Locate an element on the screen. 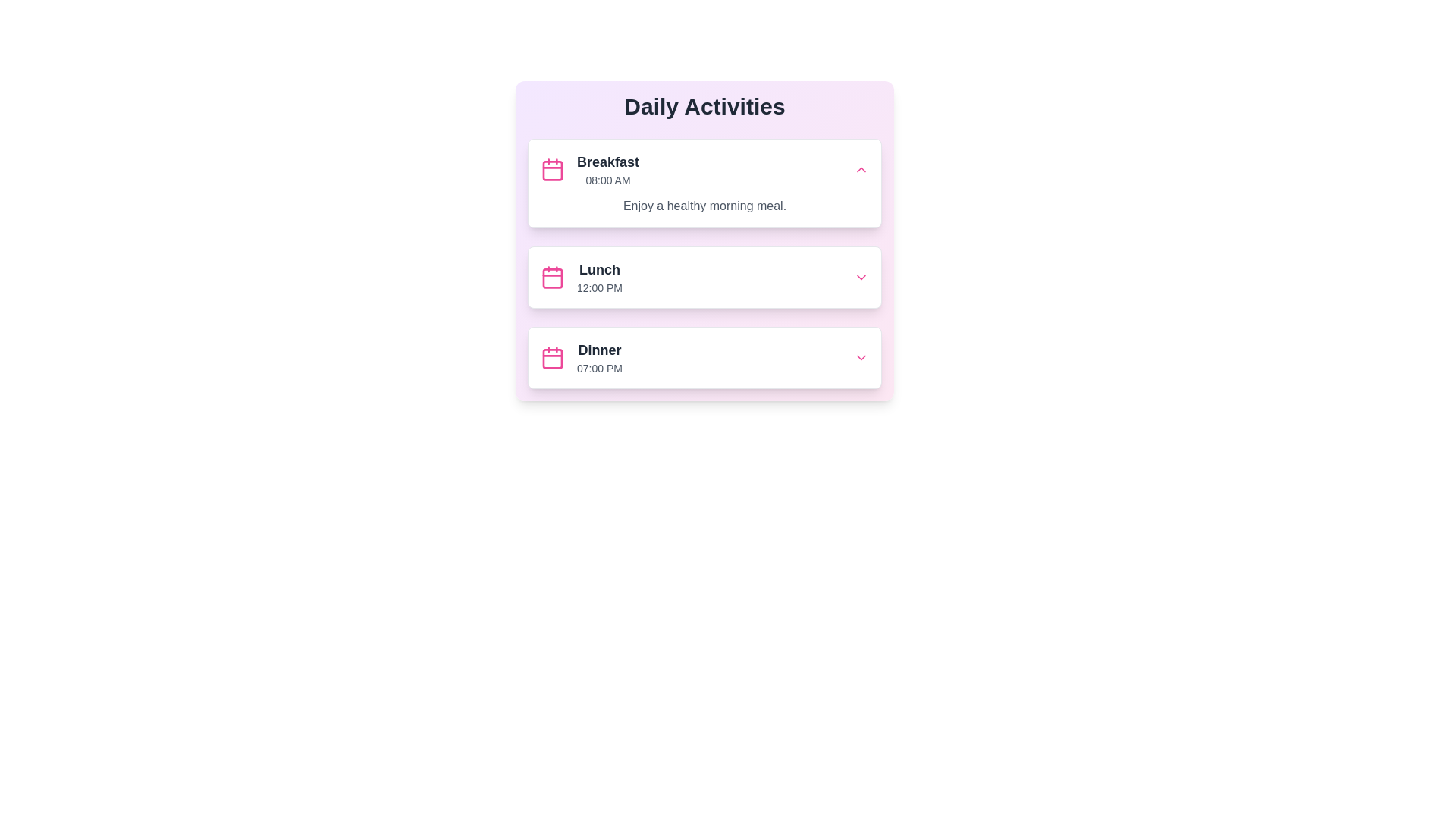 This screenshot has height=819, width=1456. the Text Label displaying '12:00 PM' located below the bolded text 'Lunch' in the second box under 'Daily Activities' is located at coordinates (599, 288).